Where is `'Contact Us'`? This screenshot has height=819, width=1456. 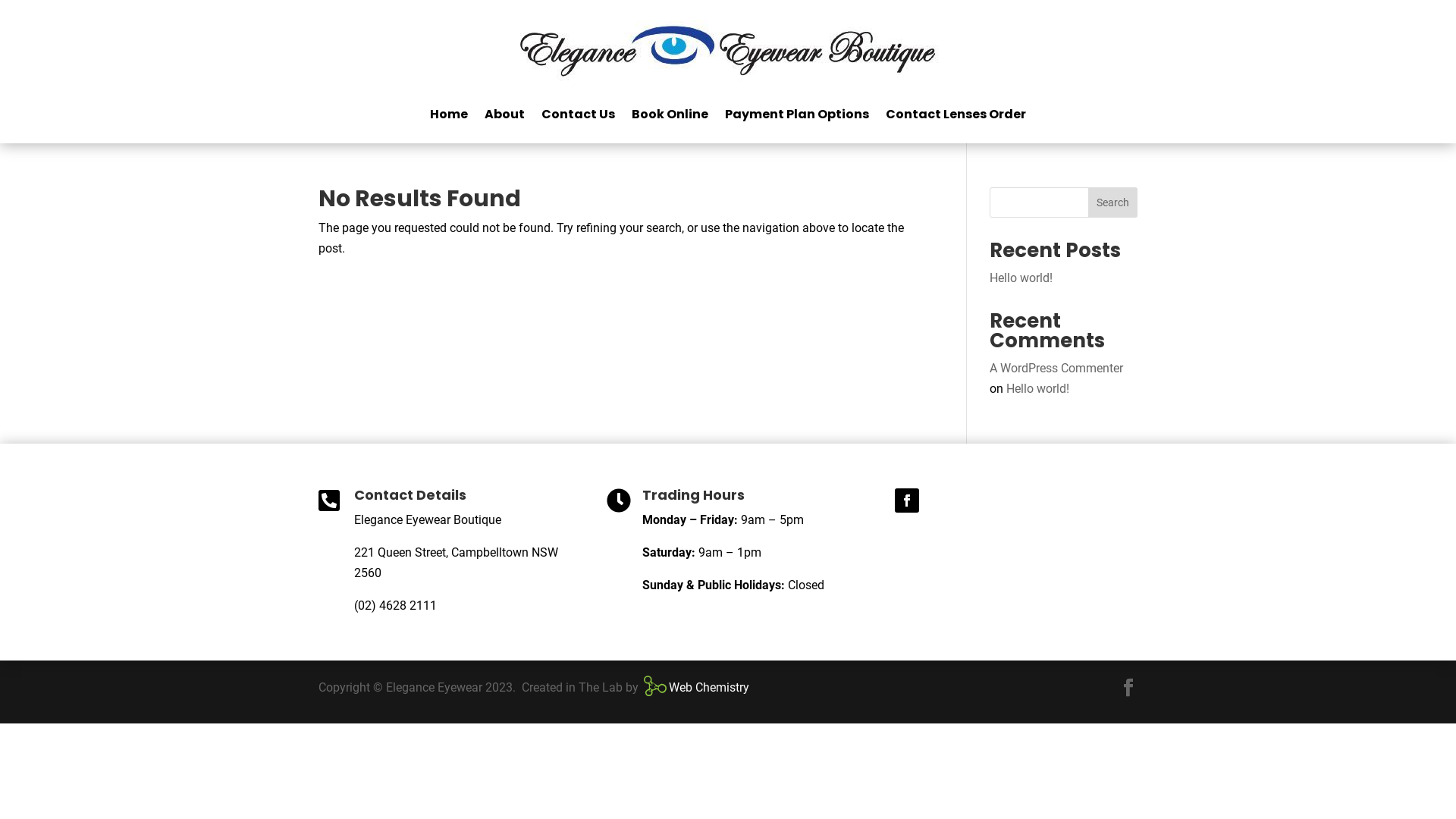 'Contact Us' is located at coordinates (577, 113).